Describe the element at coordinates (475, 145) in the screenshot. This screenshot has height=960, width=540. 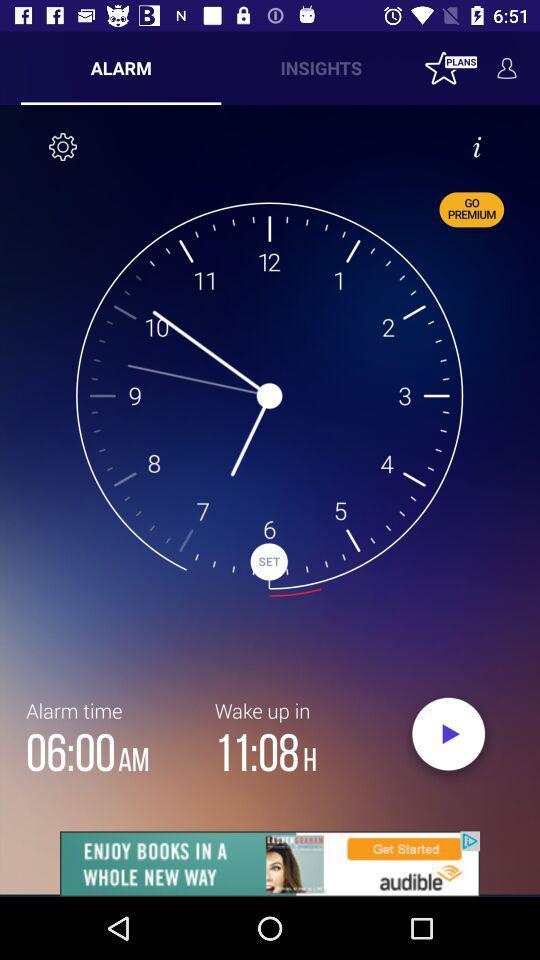
I see `the info icon` at that location.